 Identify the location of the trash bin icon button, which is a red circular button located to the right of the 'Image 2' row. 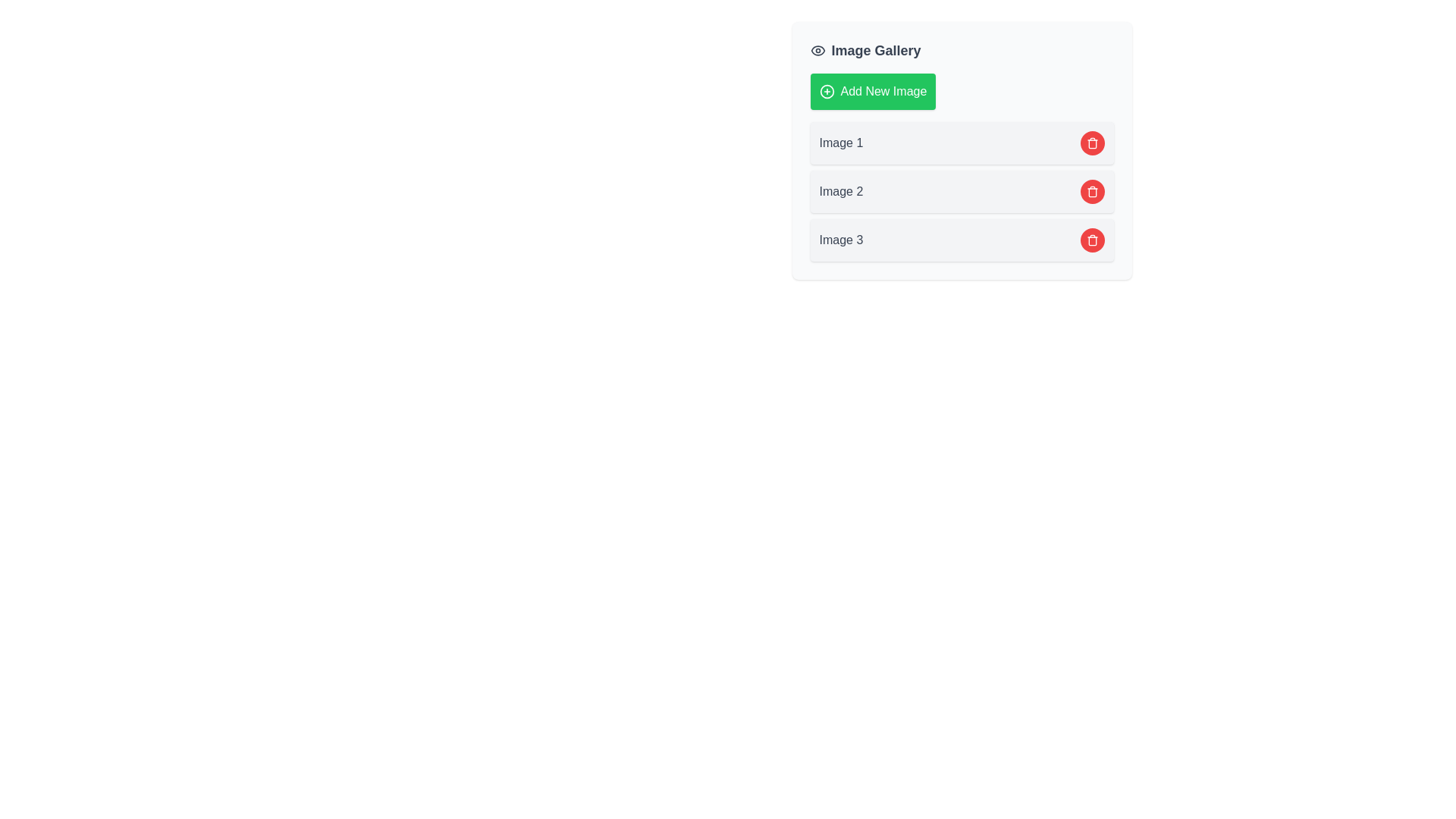
(1092, 239).